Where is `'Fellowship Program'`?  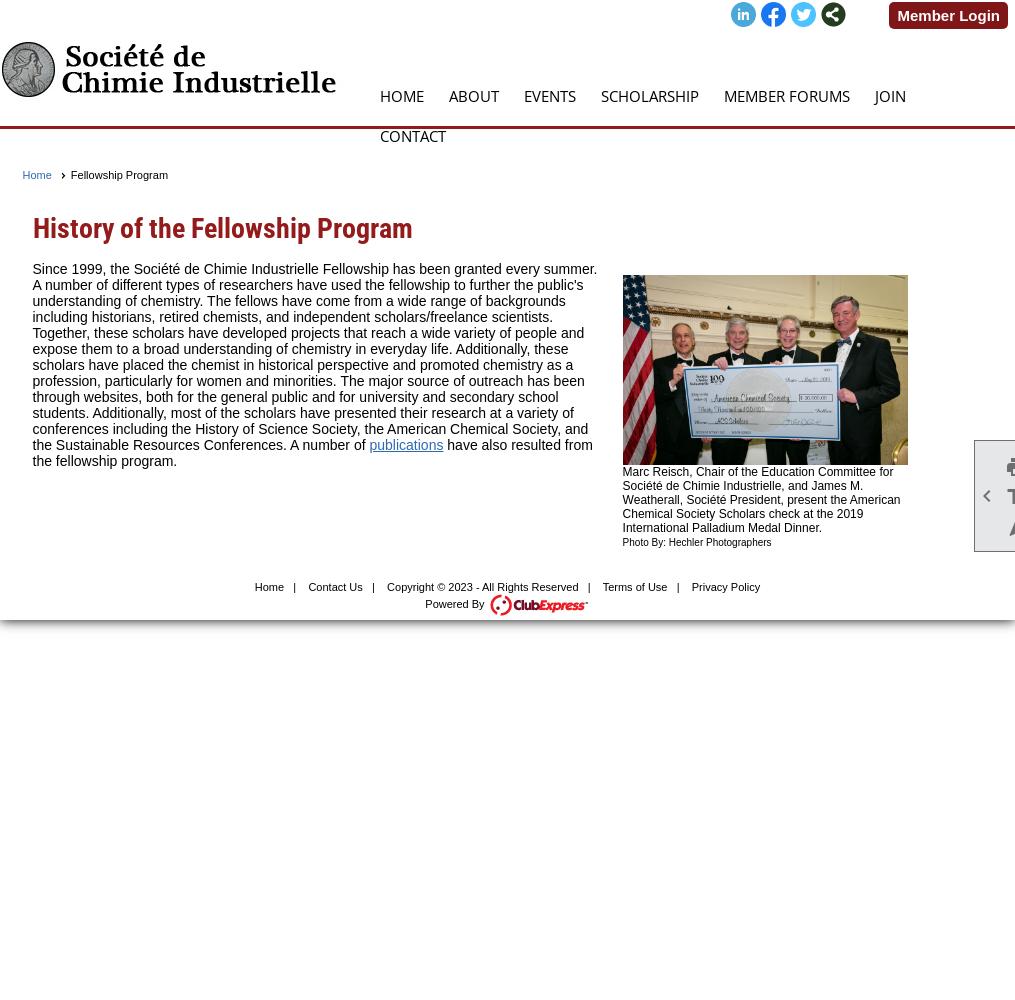
'Fellowship Program' is located at coordinates (118, 175).